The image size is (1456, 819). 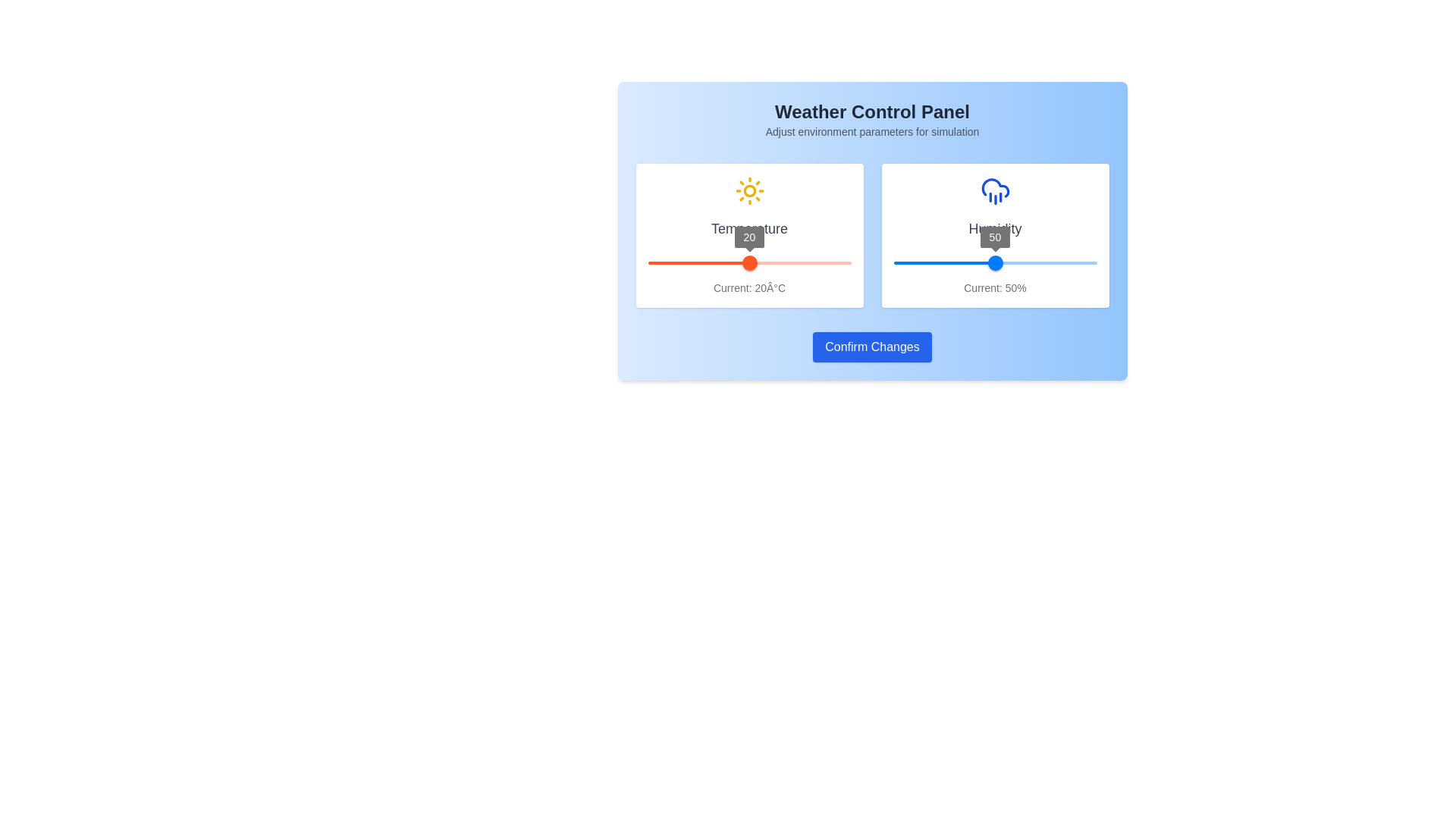 What do you see at coordinates (749, 237) in the screenshot?
I see `the small gray circular Tooltip-like value label displaying the number '20', which is positioned above the Temperature slider in the Weather Control Panel` at bounding box center [749, 237].